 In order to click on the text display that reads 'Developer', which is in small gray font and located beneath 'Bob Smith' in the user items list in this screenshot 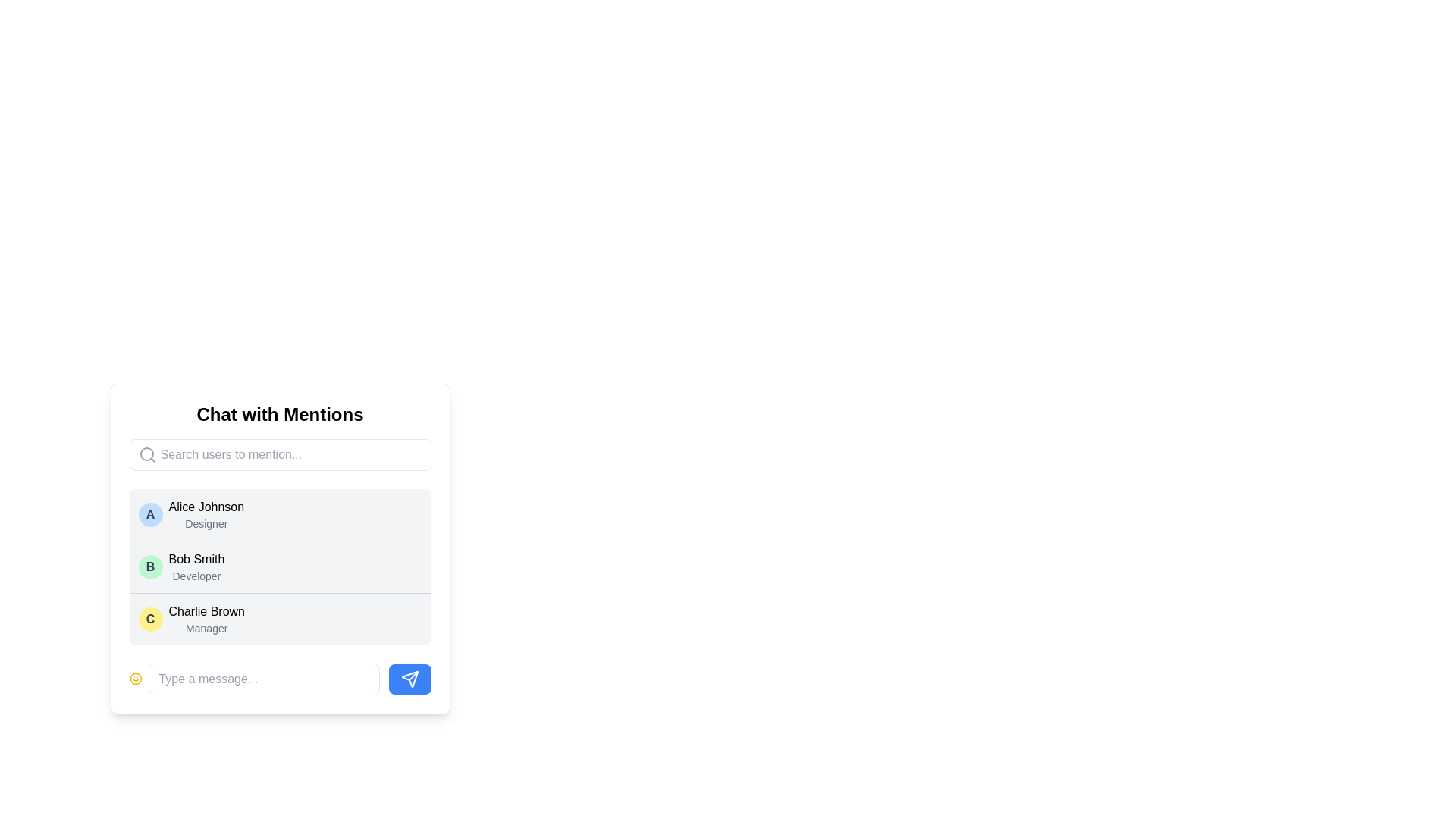, I will do `click(196, 576)`.